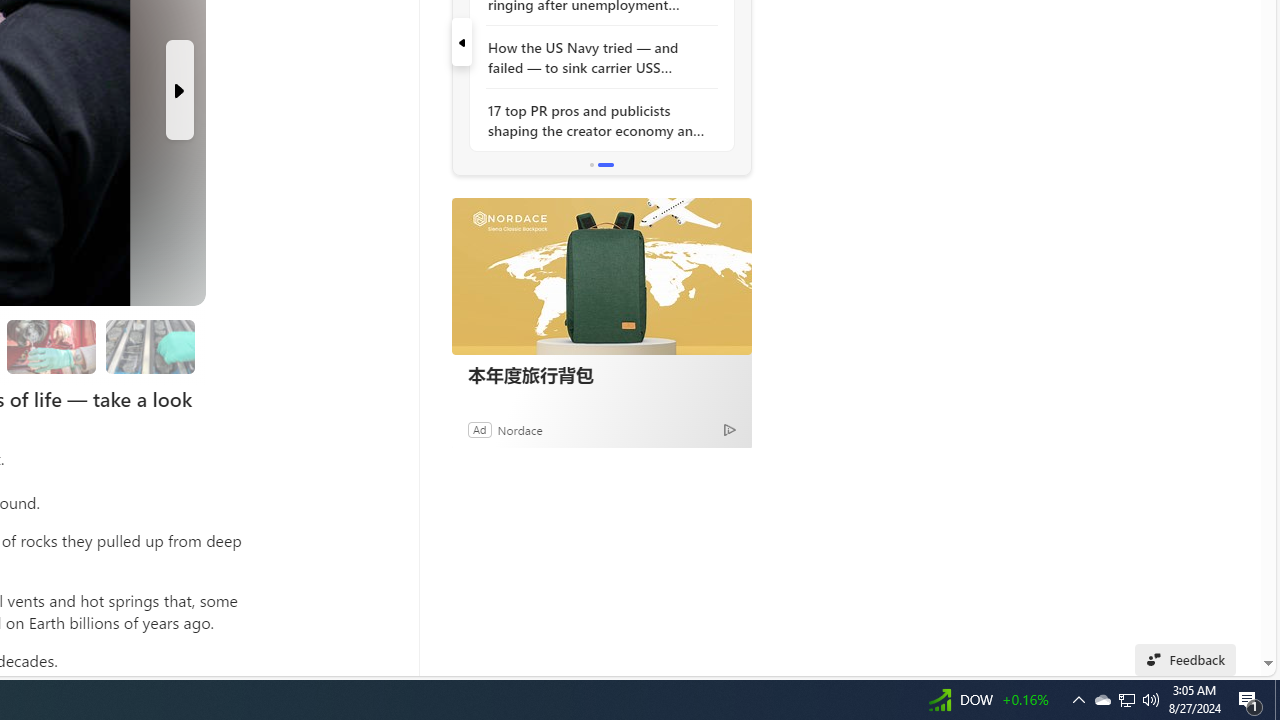  What do you see at coordinates (460, 42) in the screenshot?
I see `'previous'` at bounding box center [460, 42].